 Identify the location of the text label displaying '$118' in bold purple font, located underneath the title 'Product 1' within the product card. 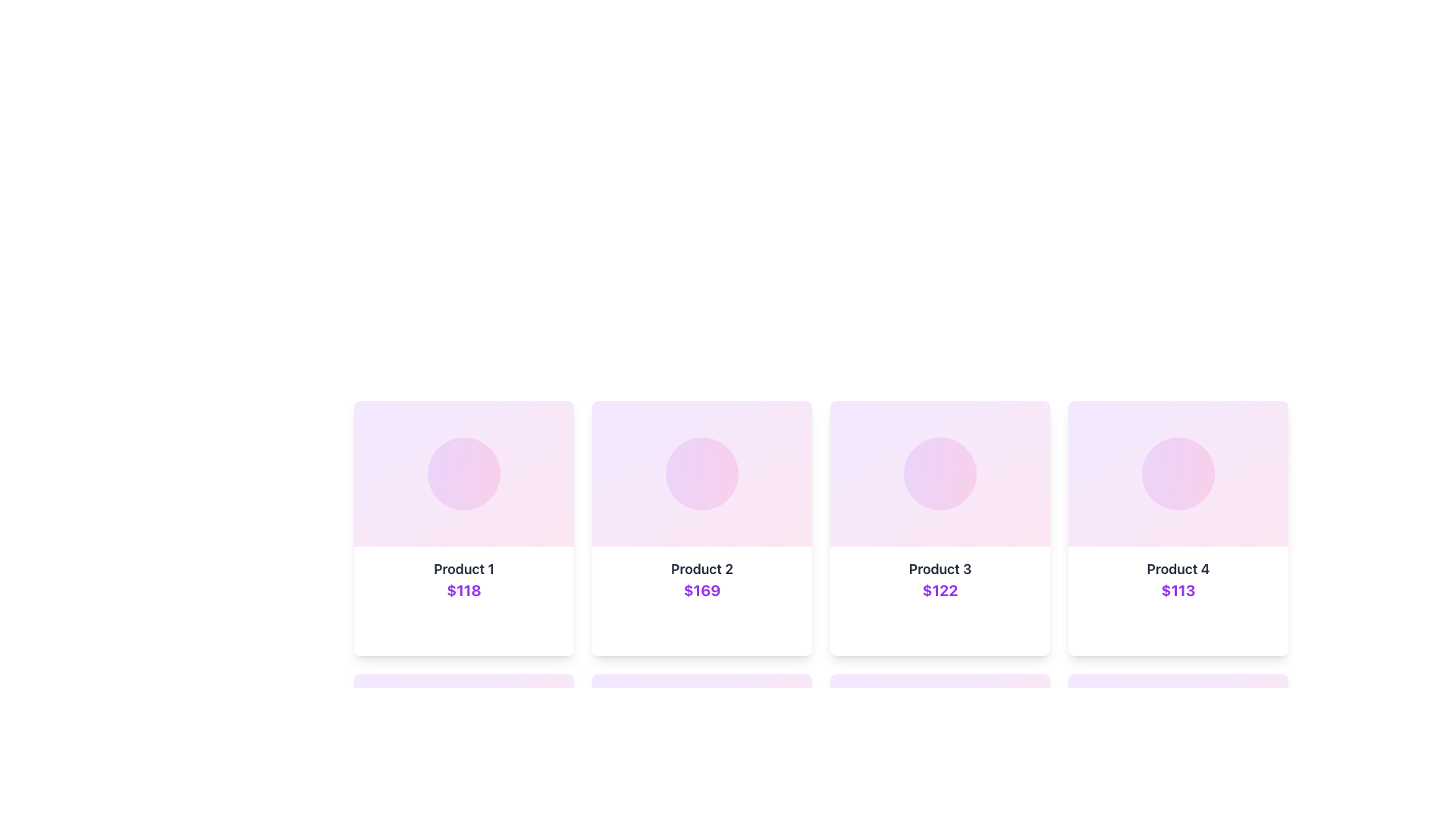
(463, 590).